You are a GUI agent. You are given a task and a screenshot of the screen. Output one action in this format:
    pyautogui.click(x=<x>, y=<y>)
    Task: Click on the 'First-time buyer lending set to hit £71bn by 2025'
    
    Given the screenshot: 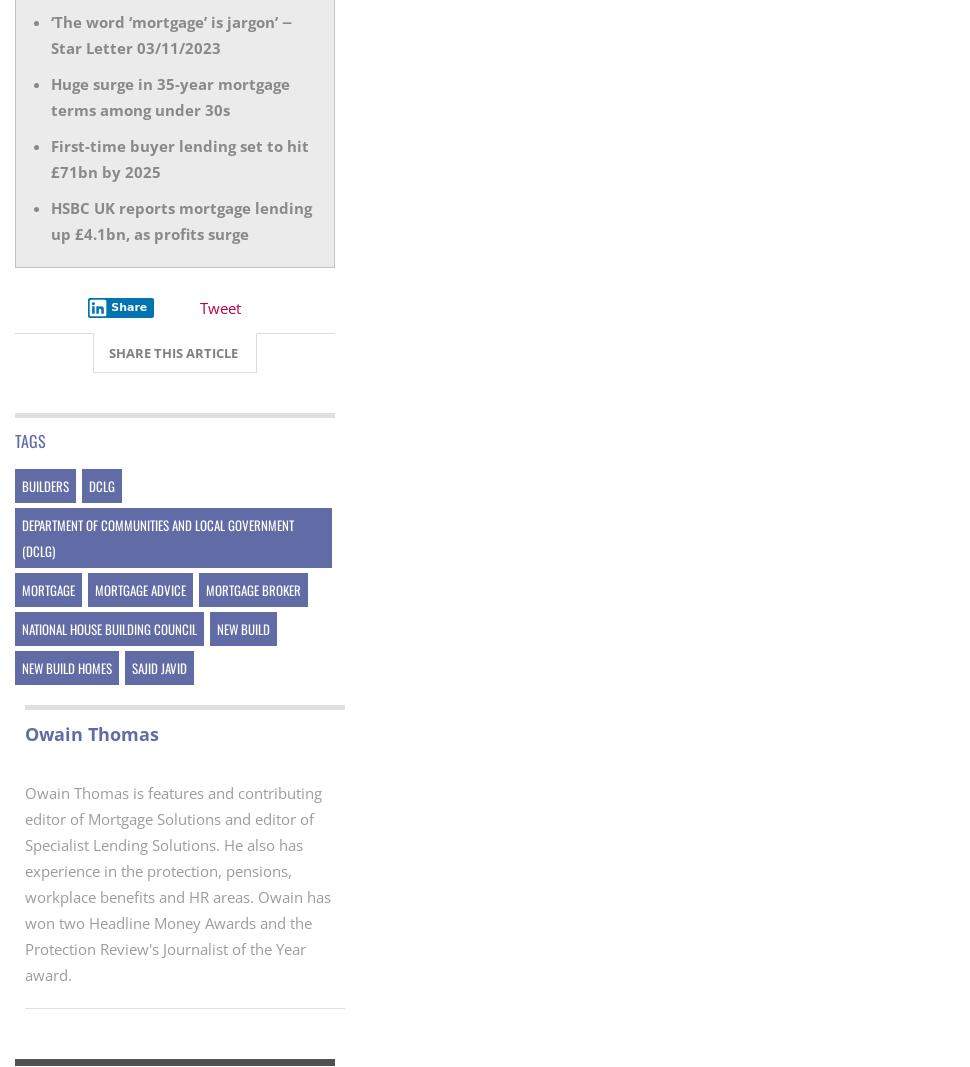 What is the action you would take?
    pyautogui.click(x=179, y=157)
    